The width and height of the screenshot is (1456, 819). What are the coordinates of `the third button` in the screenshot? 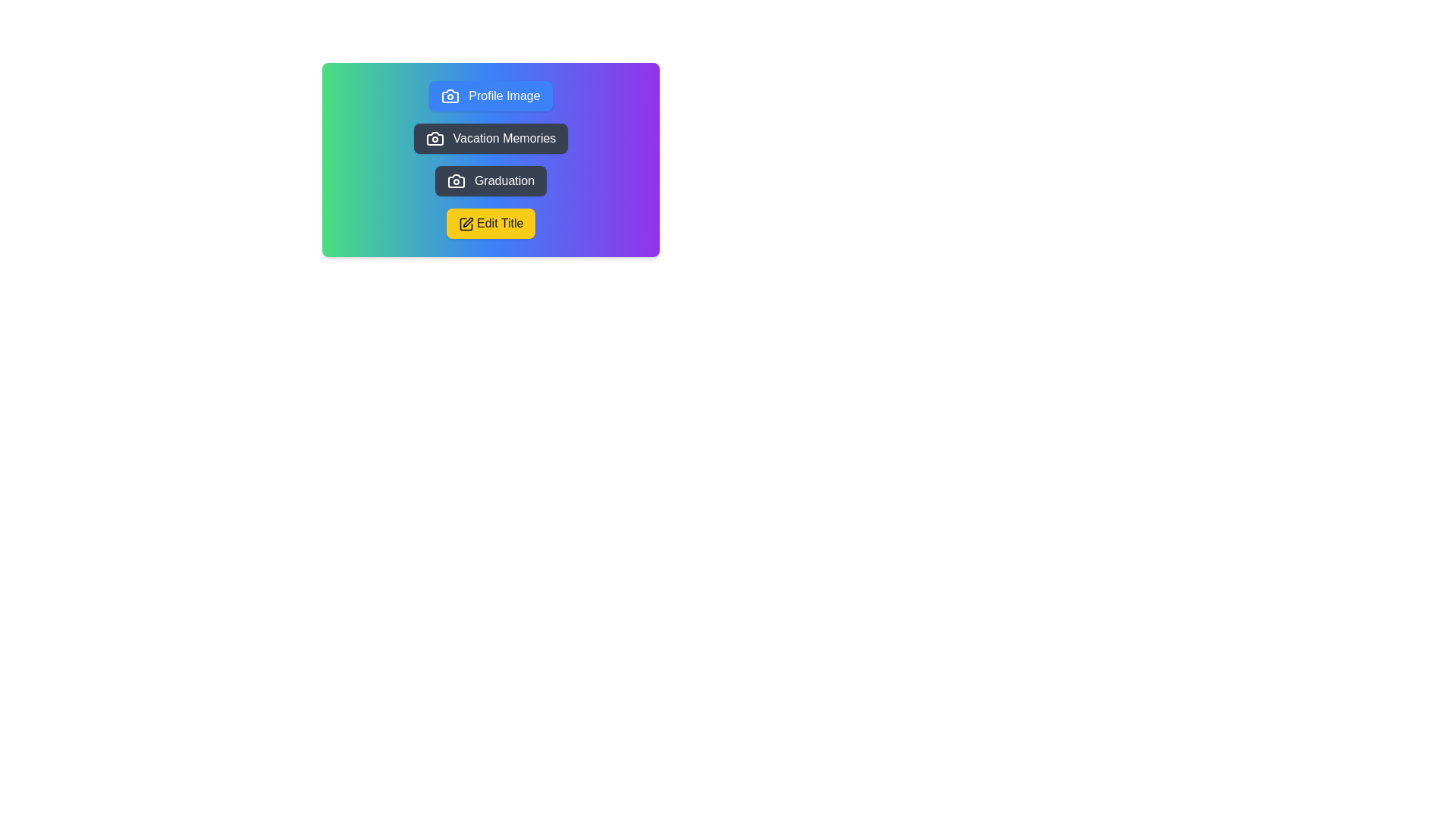 It's located at (491, 180).